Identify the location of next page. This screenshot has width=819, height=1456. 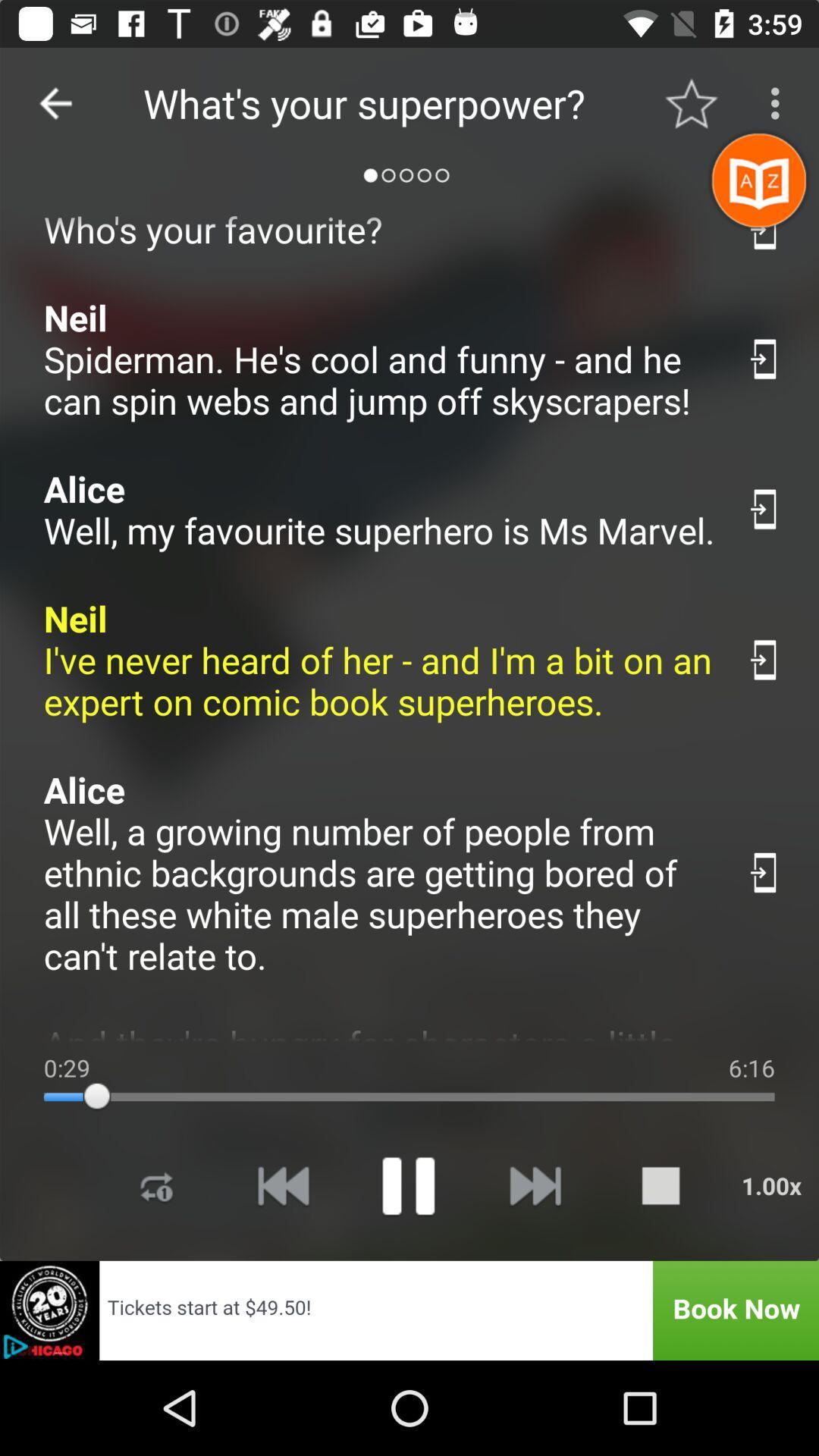
(534, 1185).